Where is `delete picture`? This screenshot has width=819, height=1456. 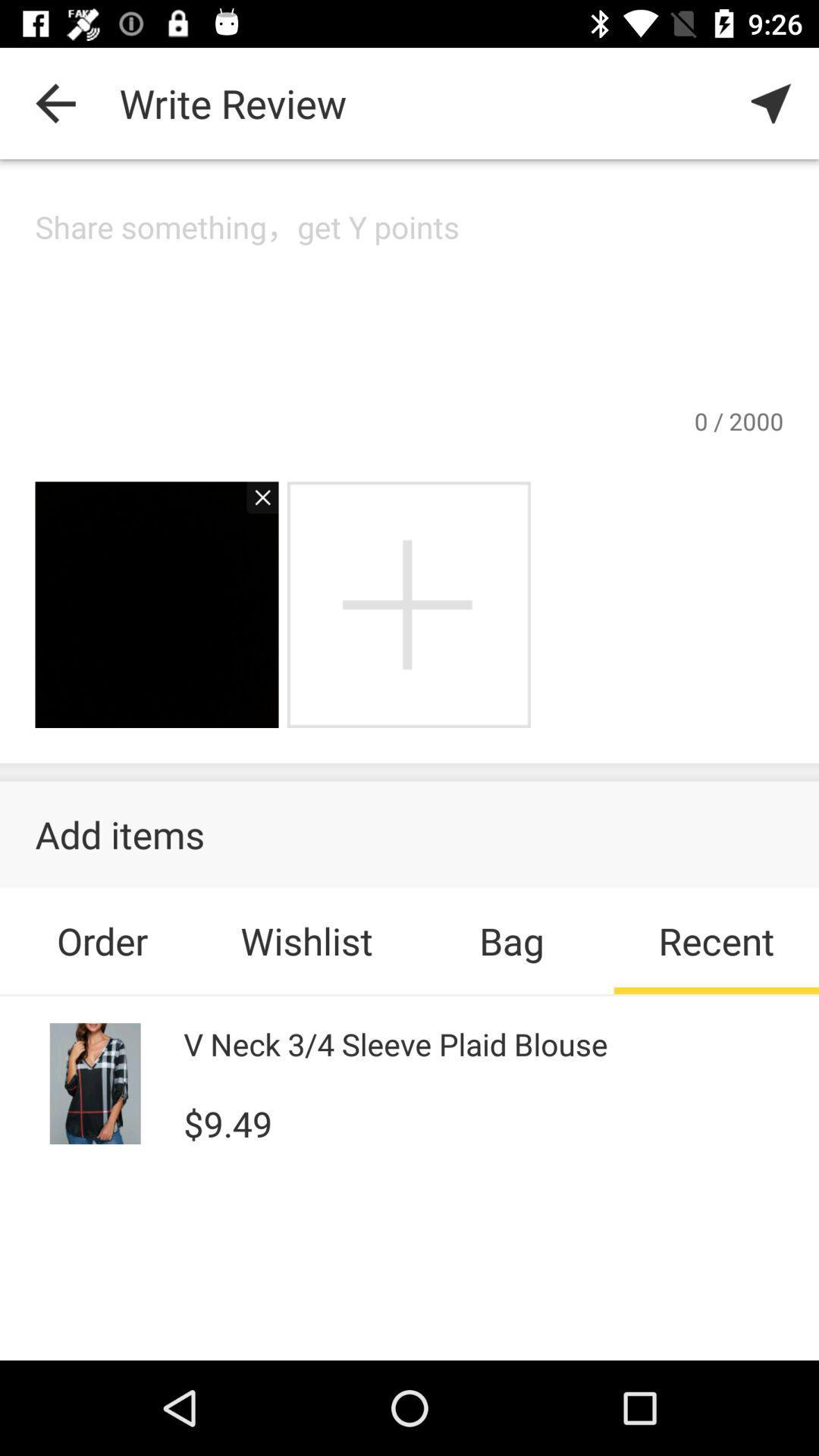
delete picture is located at coordinates (253, 505).